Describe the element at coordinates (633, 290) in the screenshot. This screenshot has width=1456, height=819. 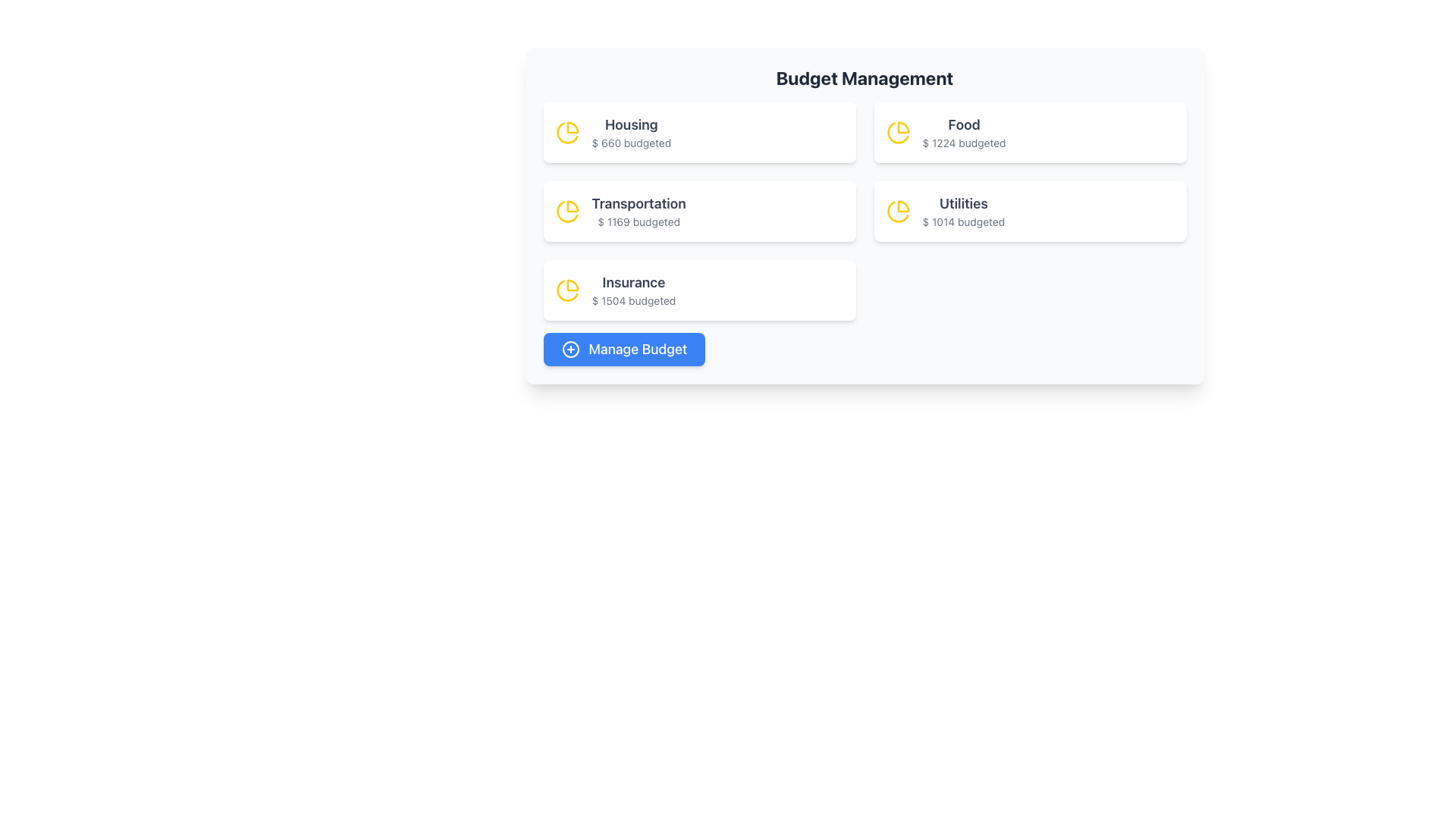
I see `the 'Insurance' text block element that displays the budget of '$ 1504 budgeted' within the bottom-left card of the 'Budget Management' section` at that location.